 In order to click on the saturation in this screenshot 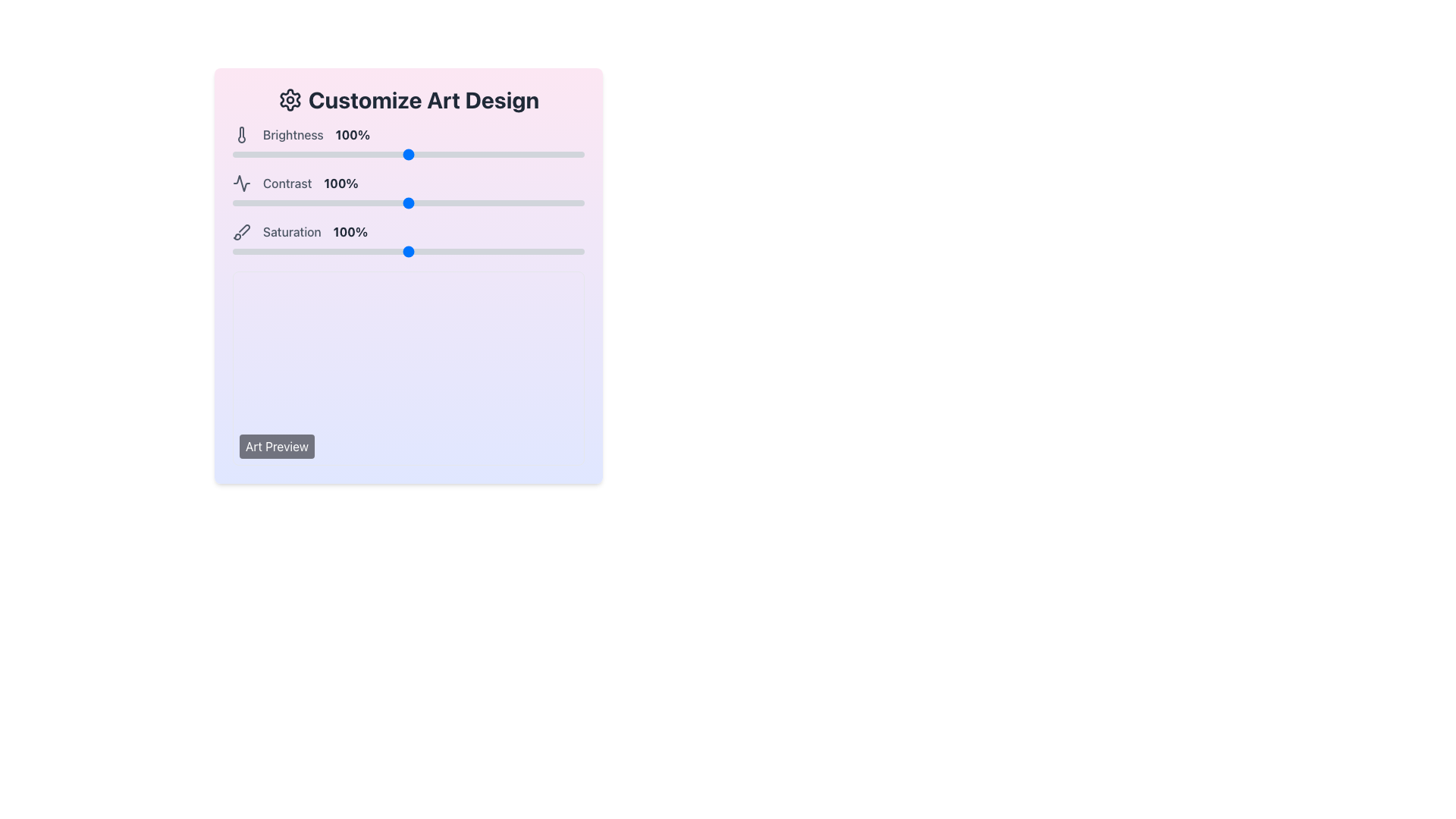, I will do `click(343, 250)`.